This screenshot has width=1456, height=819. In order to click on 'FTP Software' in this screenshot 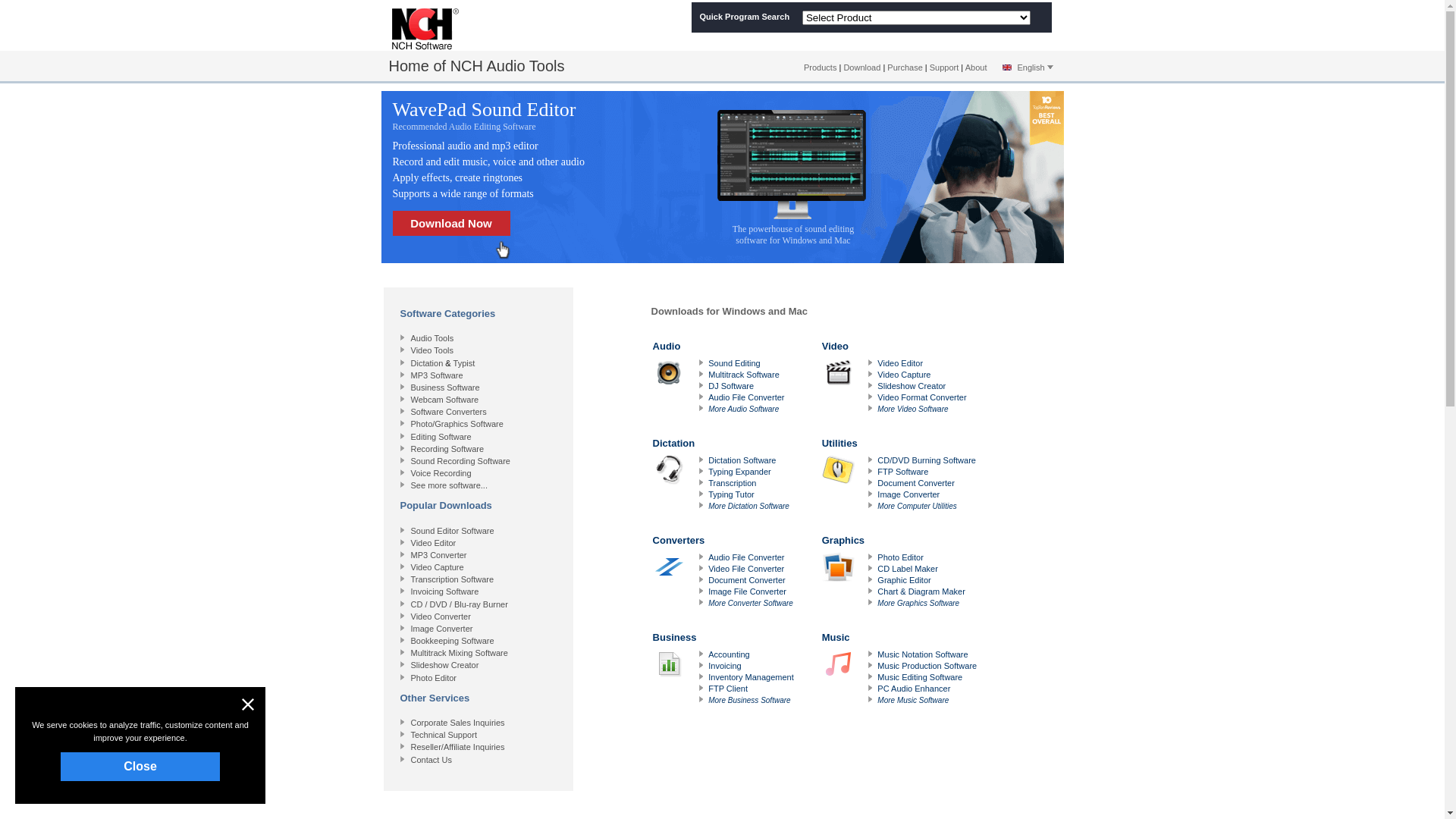, I will do `click(902, 470)`.